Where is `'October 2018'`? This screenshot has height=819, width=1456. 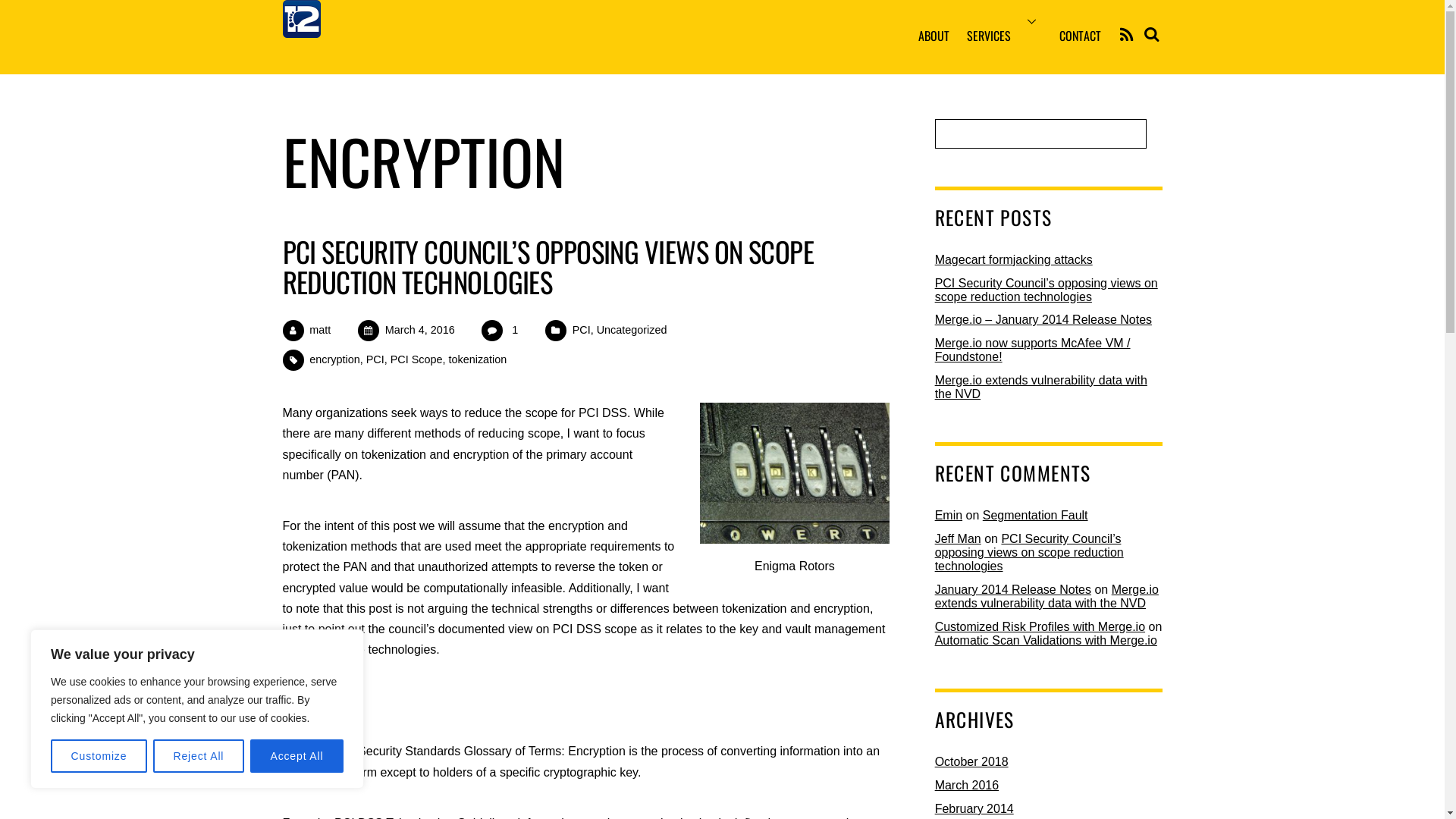
'October 2018' is located at coordinates (971, 761).